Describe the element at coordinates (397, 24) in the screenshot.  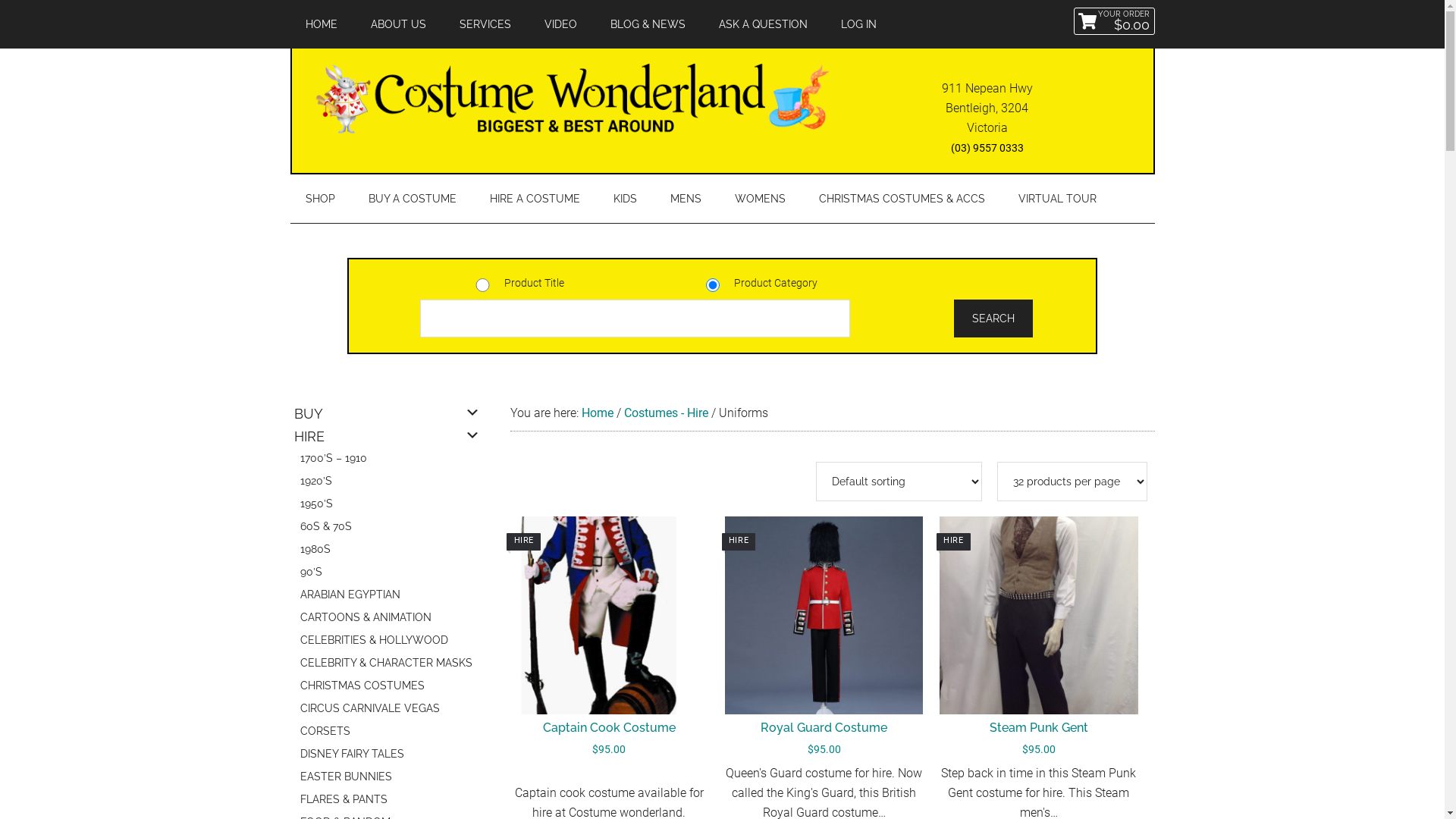
I see `'ABOUT US'` at that location.